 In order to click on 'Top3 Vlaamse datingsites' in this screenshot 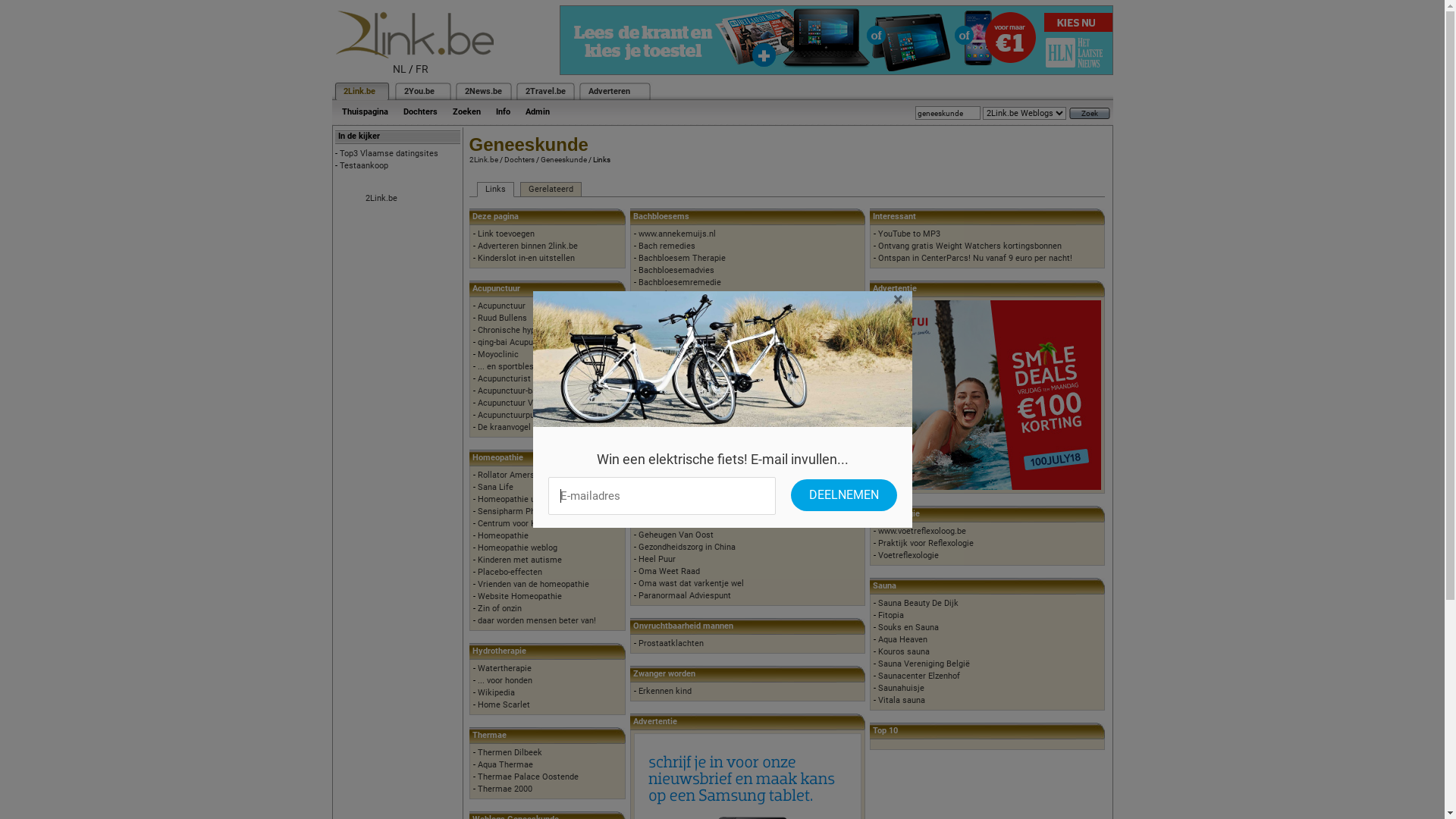, I will do `click(338, 153)`.